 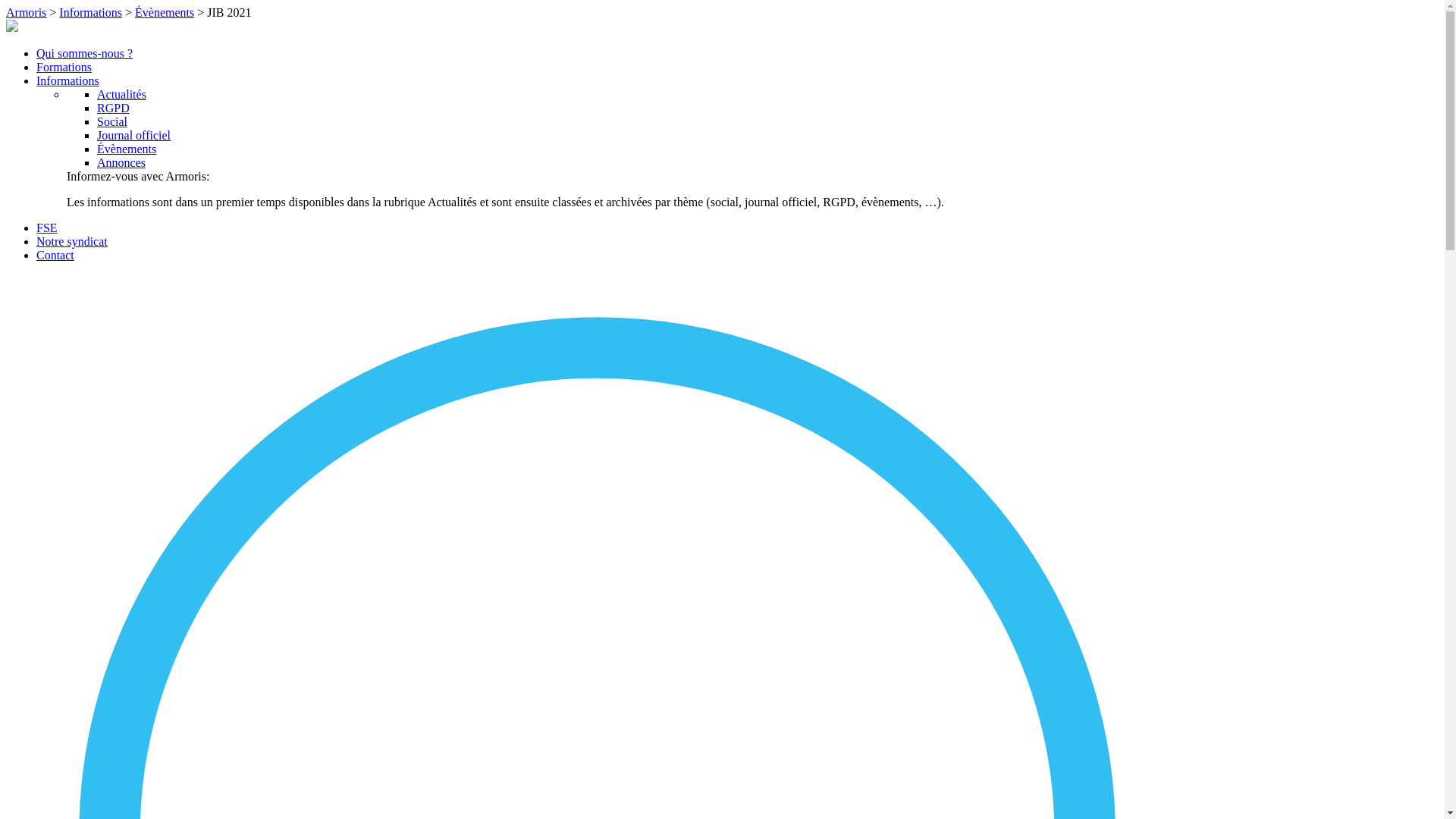 I want to click on 'Informations', so click(x=89, y=12).